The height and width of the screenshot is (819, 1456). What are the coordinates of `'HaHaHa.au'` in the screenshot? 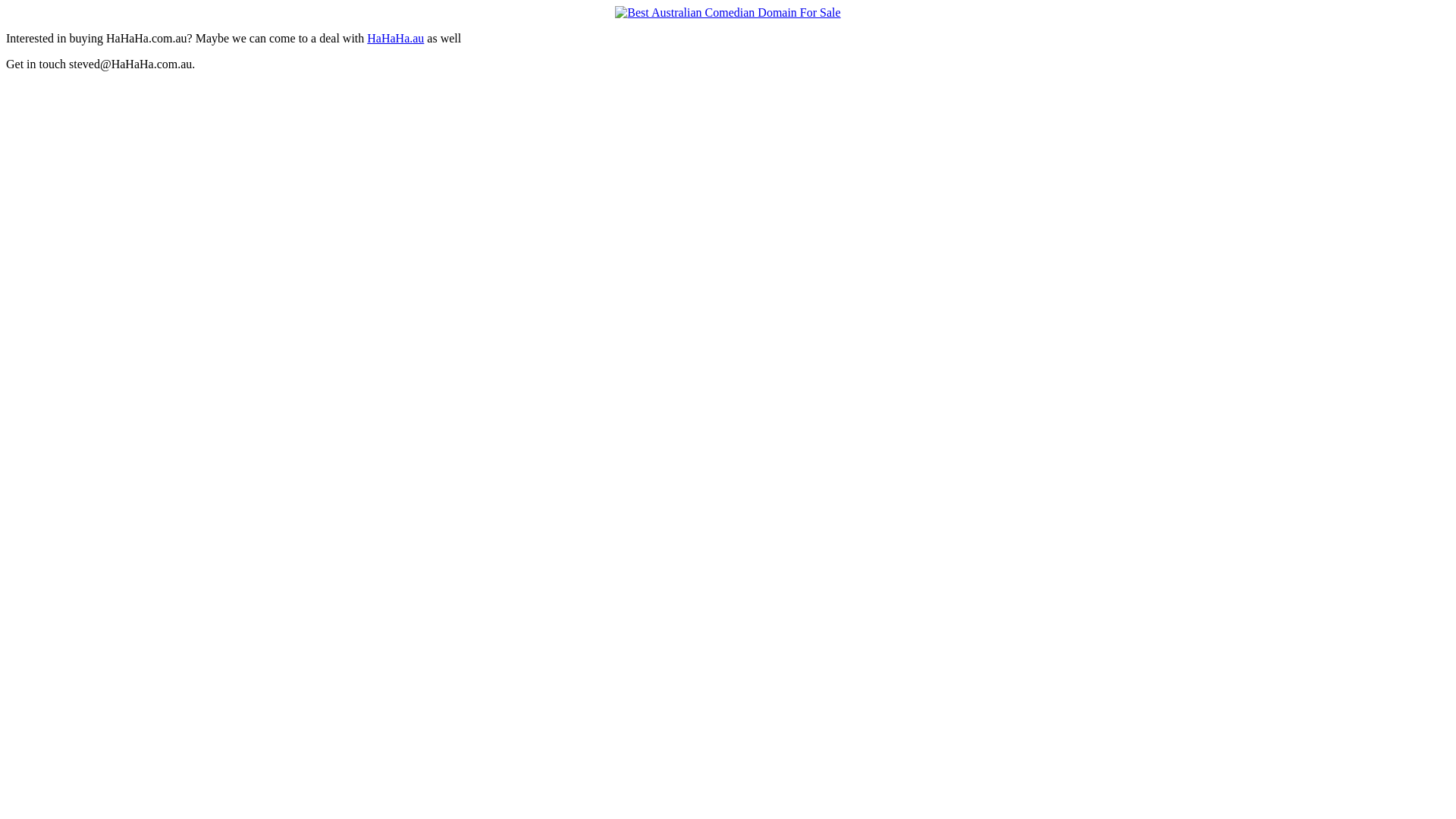 It's located at (395, 37).